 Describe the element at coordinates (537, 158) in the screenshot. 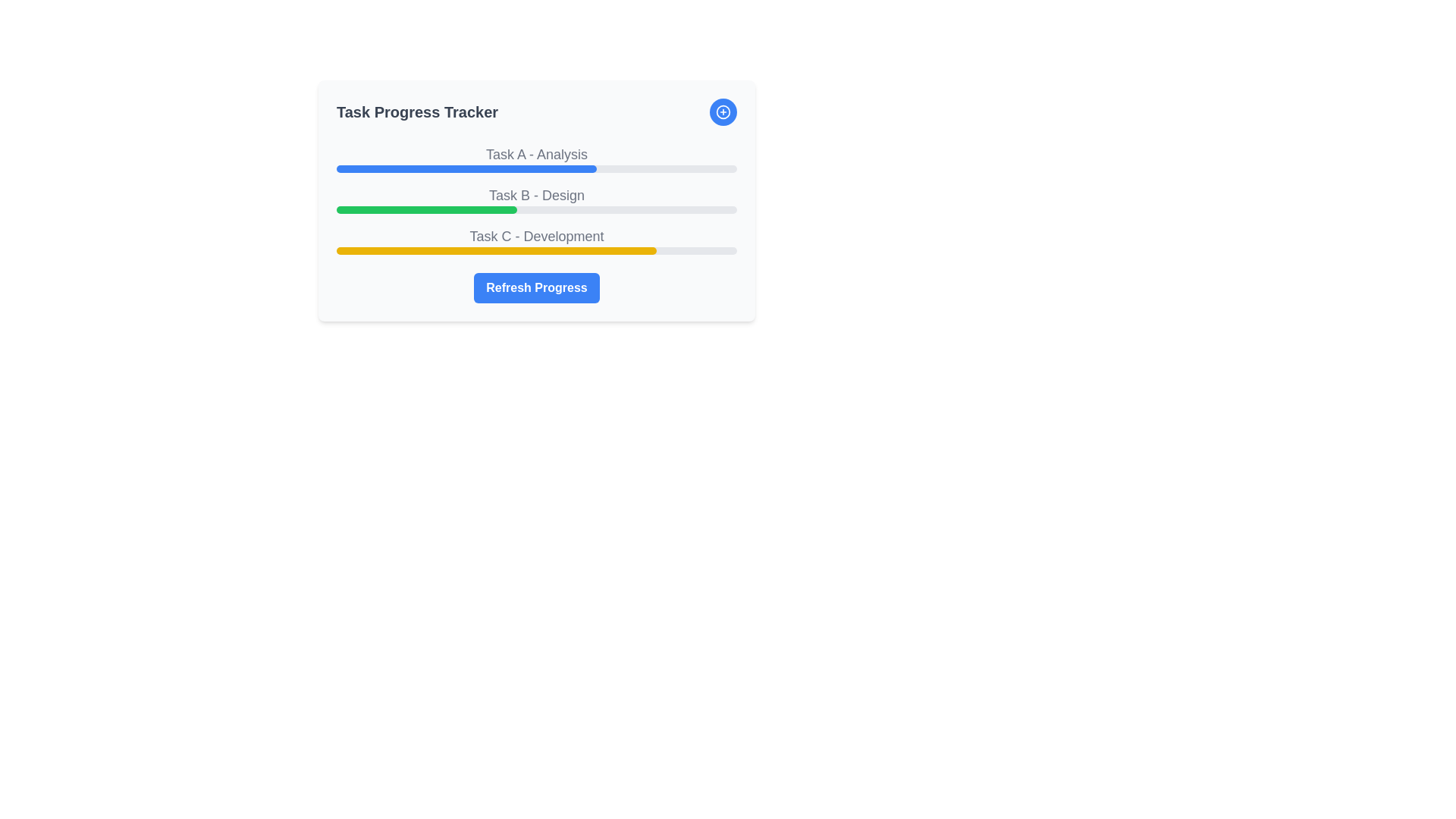

I see `task description of the progress indicator labeled 'Task A - Analysis' located at the top of the vertical list of task progress indicators` at that location.